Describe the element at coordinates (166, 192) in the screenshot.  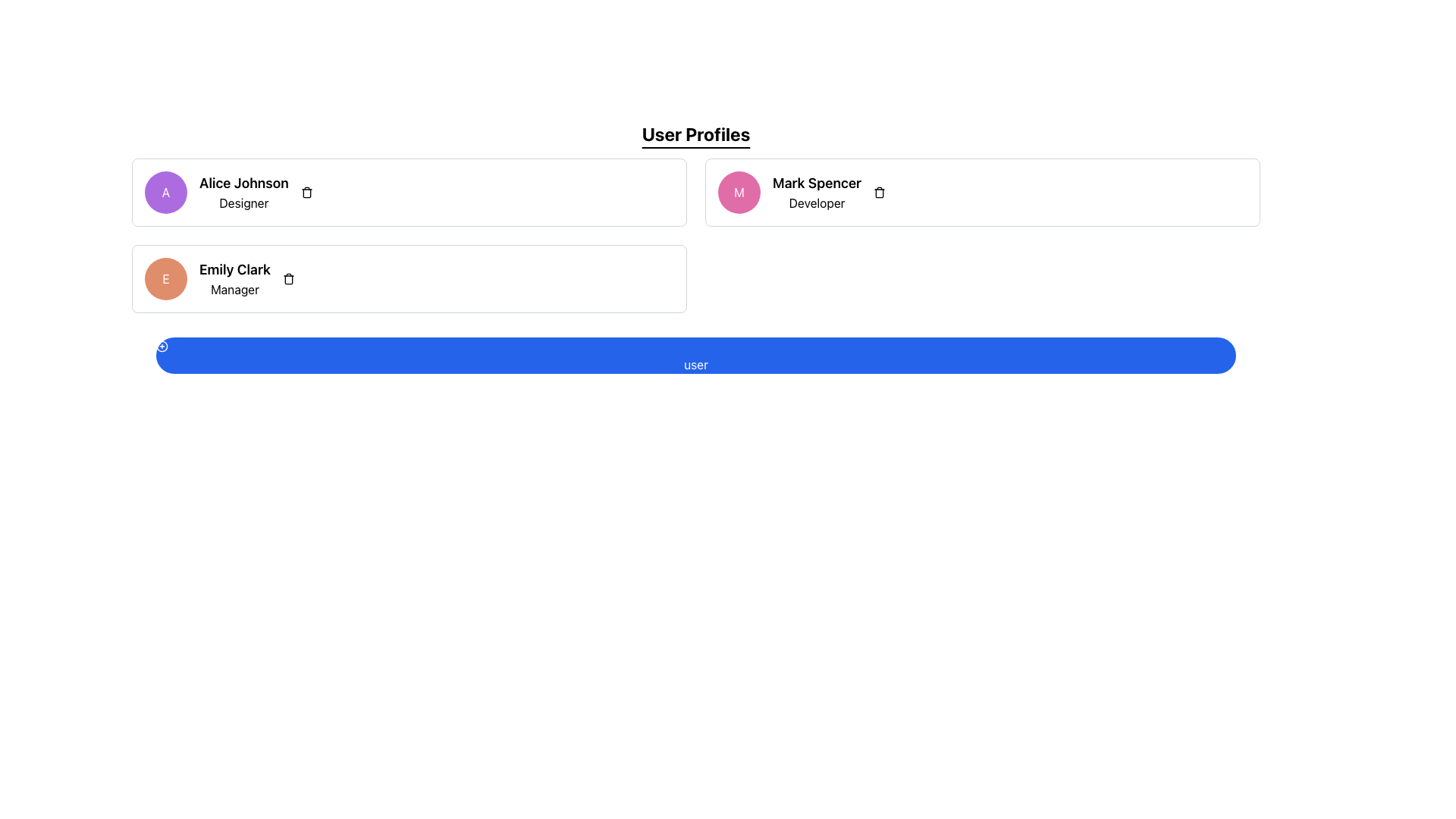
I see `the Avatar element, which is a circular icon with a purple background and a white letter 'A' centered within it, located at the top-left corner of Alice Johnson's user profile section` at that location.